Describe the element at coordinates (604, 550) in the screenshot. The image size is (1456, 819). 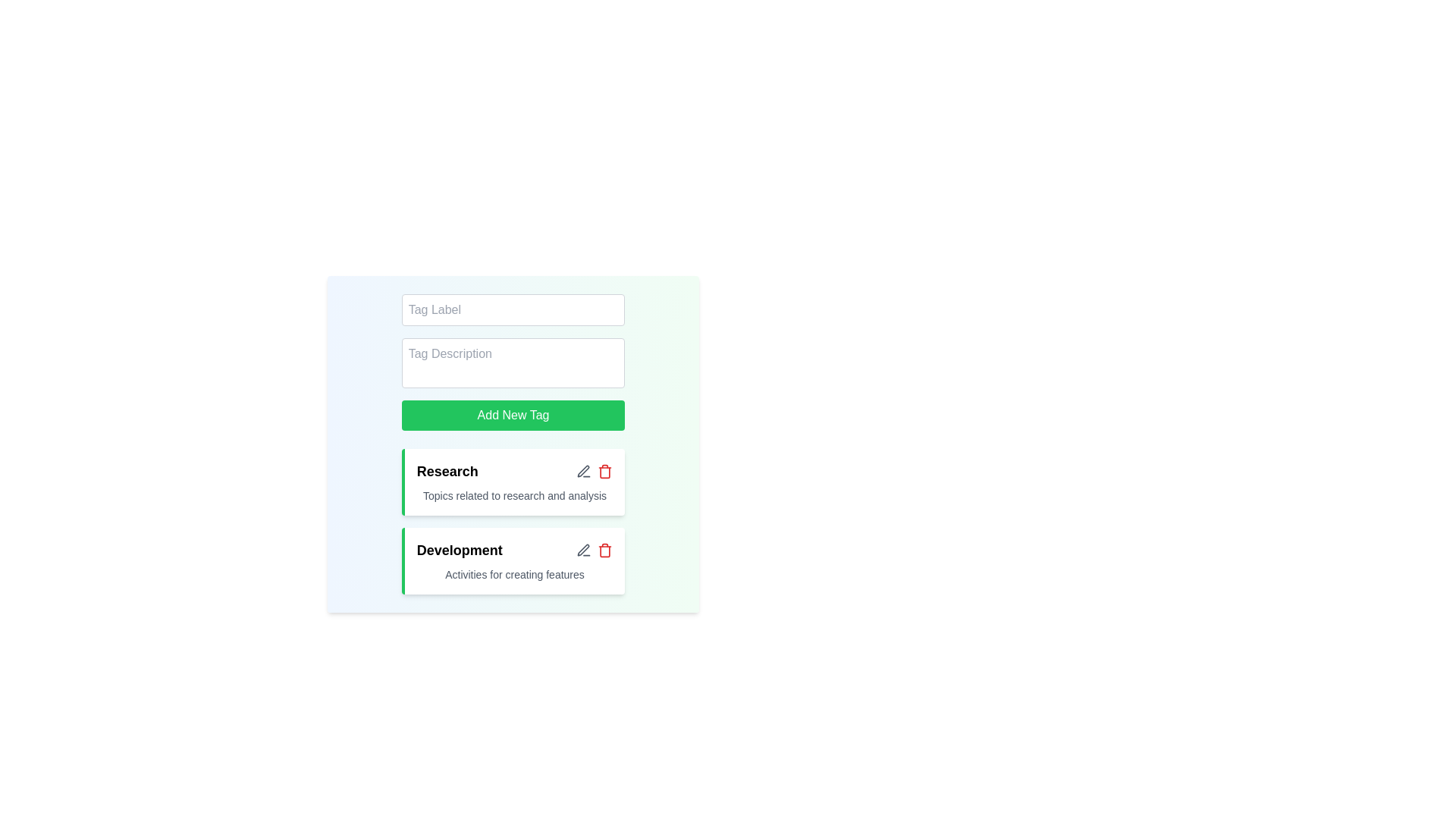
I see `the red trash can icon button located within the 'Development' card to initiate a deletion action` at that location.